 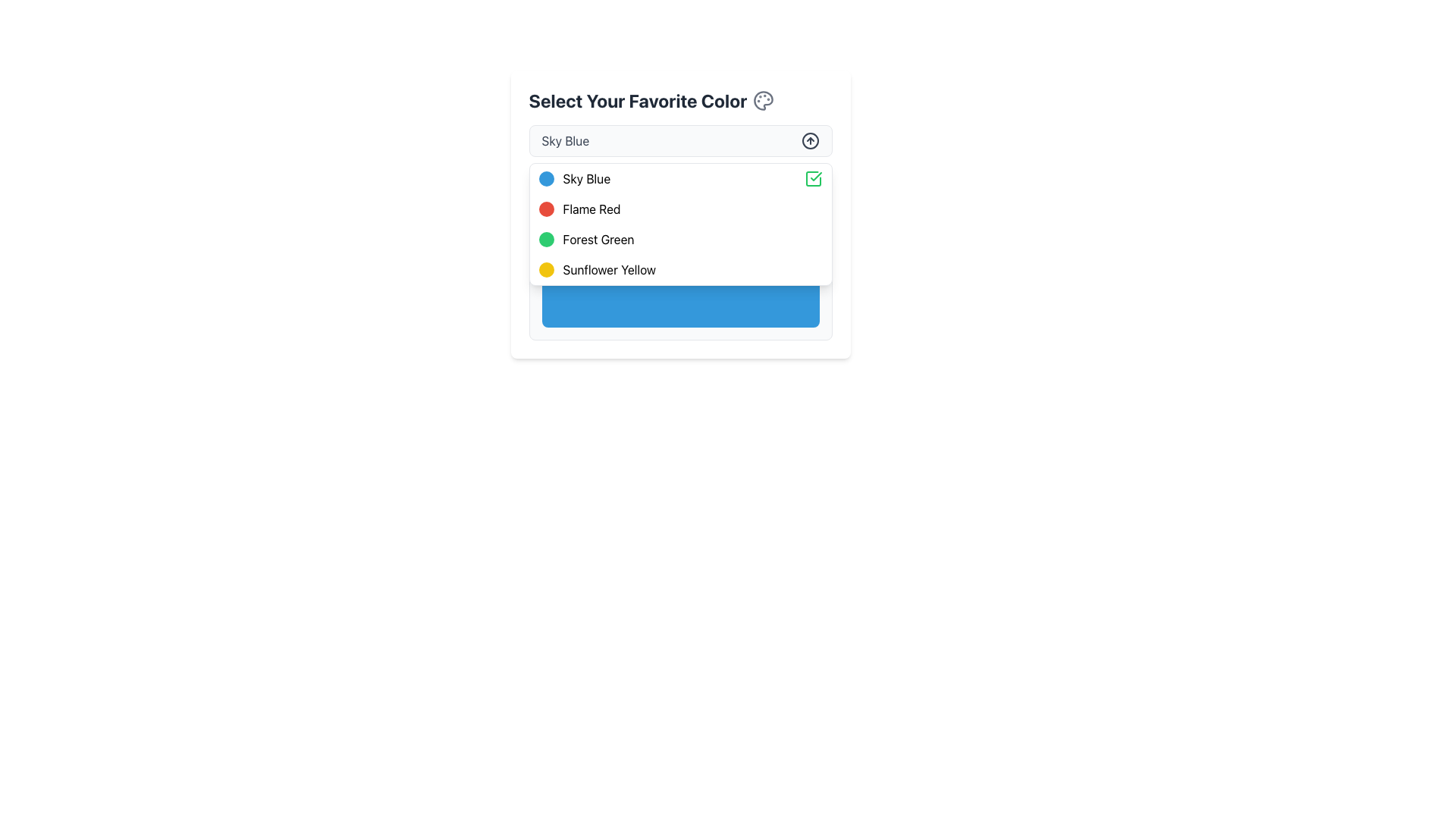 I want to click on the 'Forest Green' dropdown menu item, so click(x=679, y=239).